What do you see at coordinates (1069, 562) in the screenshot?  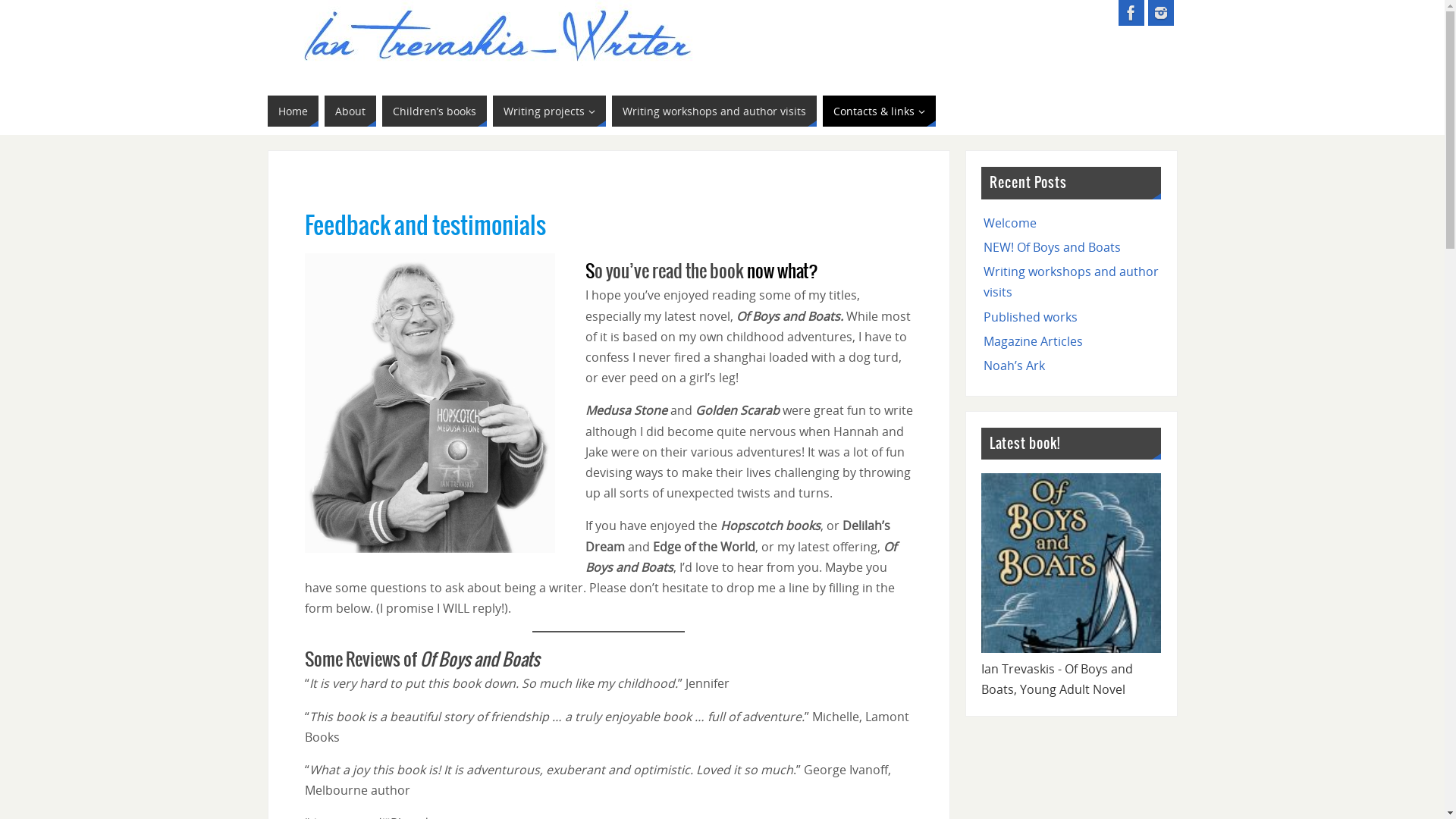 I see `'Of-Boys-and-Boats-post-pic1'` at bounding box center [1069, 562].